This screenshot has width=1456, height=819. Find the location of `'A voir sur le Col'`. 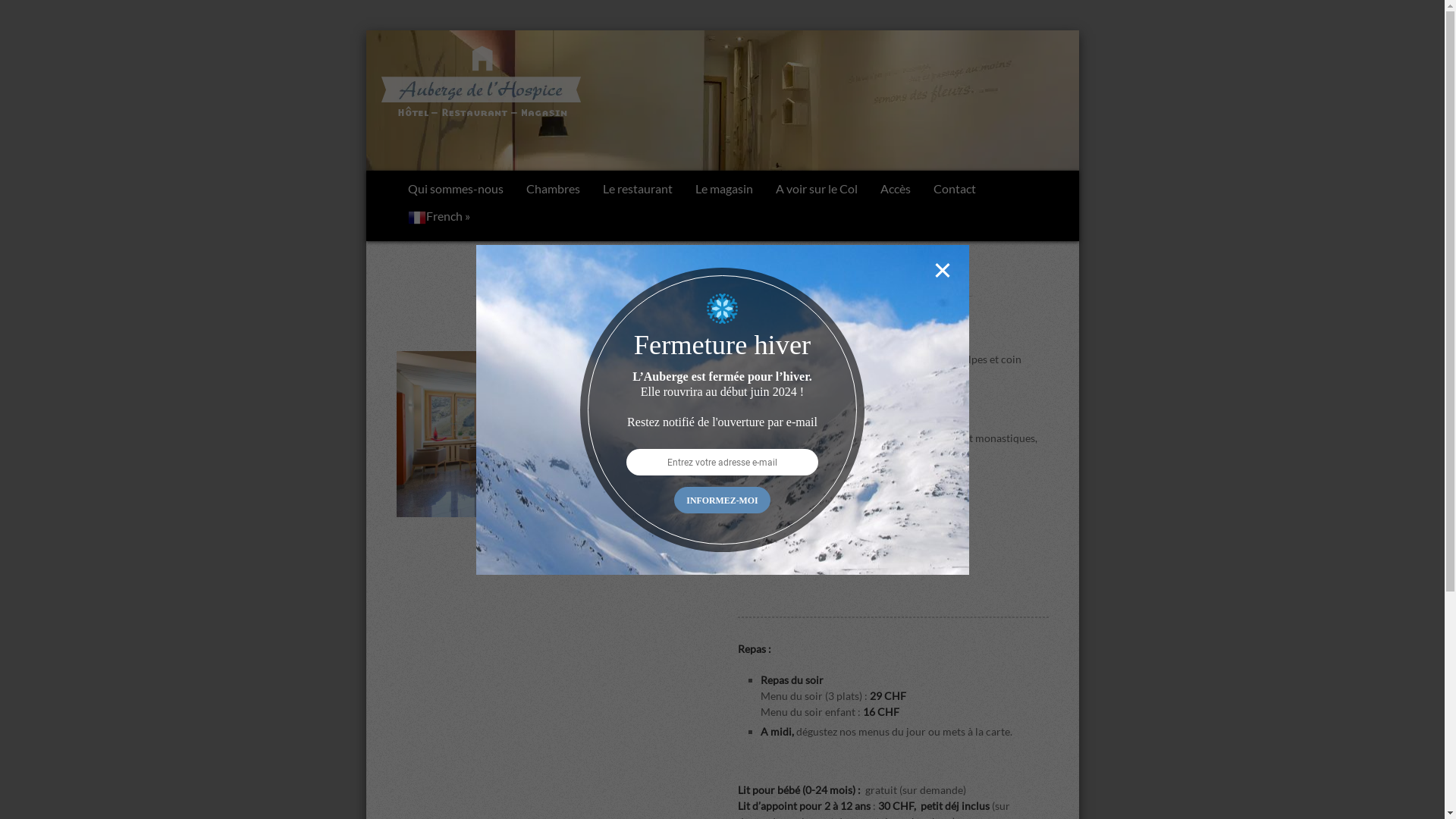

'A voir sur le Col' is located at coordinates (815, 189).